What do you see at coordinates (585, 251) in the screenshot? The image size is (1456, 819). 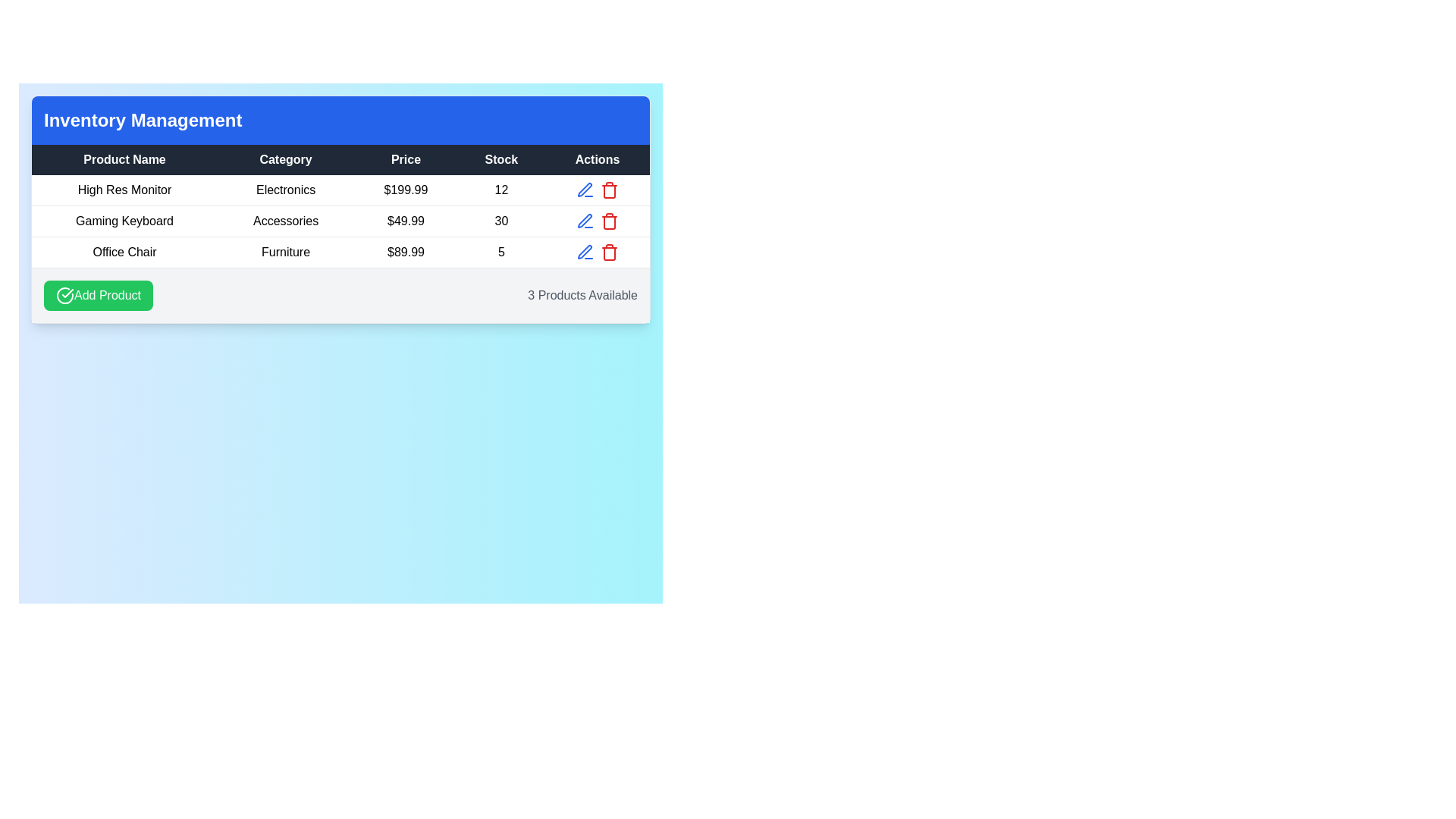 I see `the edit icon button located in the rightmost column labeled 'Actions' of the third row in the table` at bounding box center [585, 251].